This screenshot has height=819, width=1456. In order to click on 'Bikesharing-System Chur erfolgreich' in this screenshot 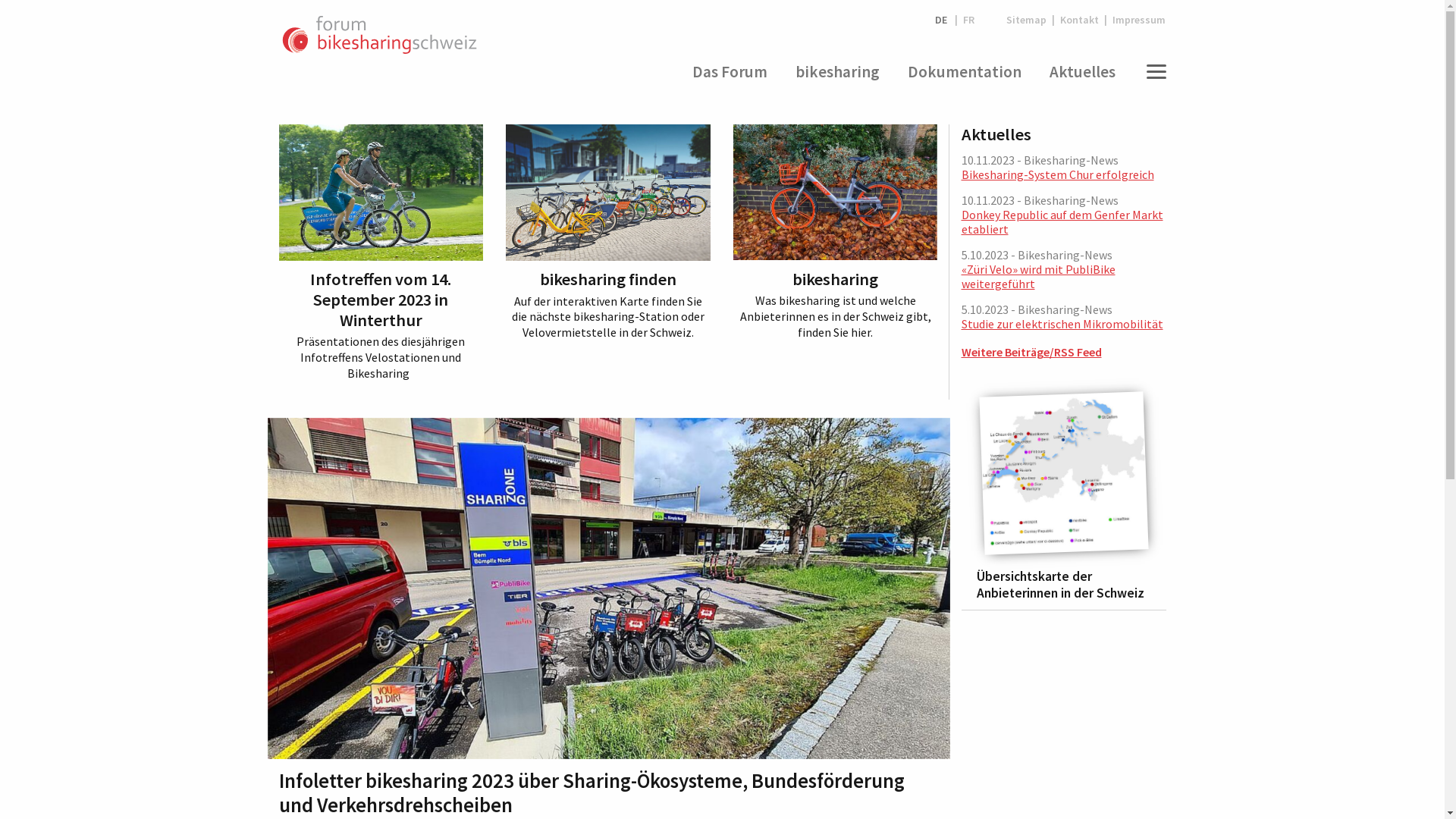, I will do `click(1057, 174)`.